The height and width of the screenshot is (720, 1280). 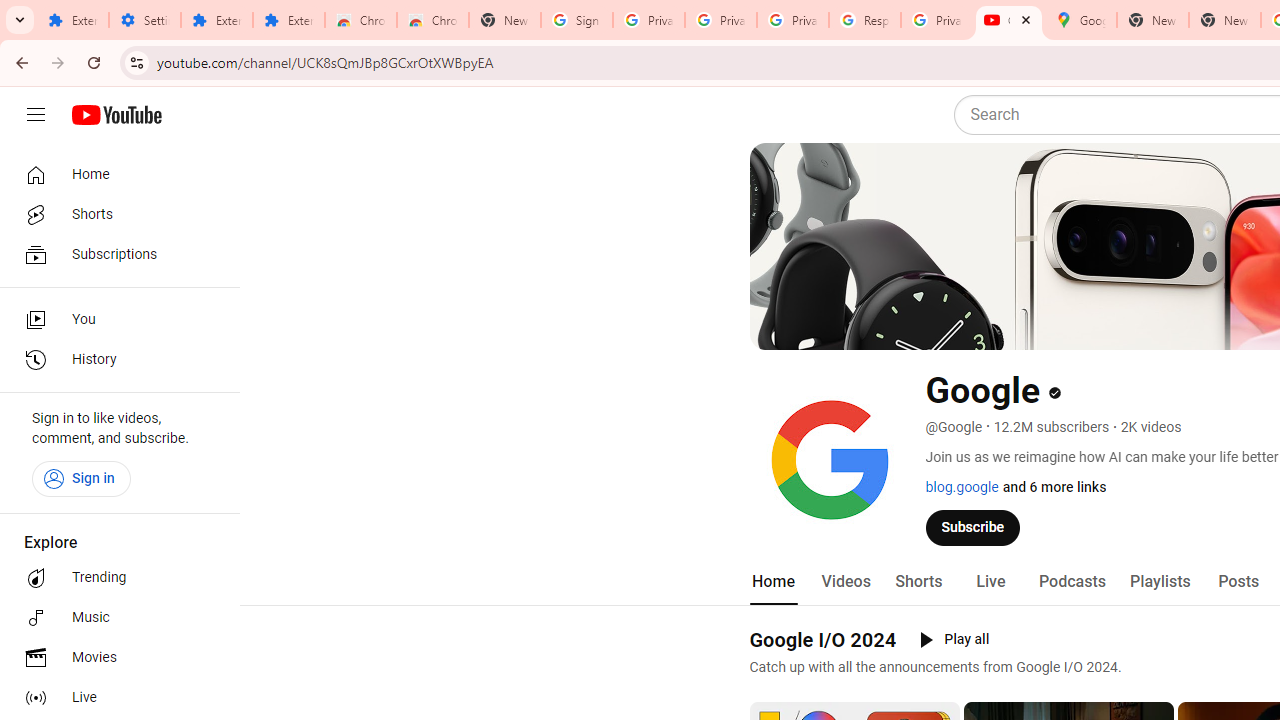 What do you see at coordinates (823, 639) in the screenshot?
I see `'Google I/O 2024'` at bounding box center [823, 639].